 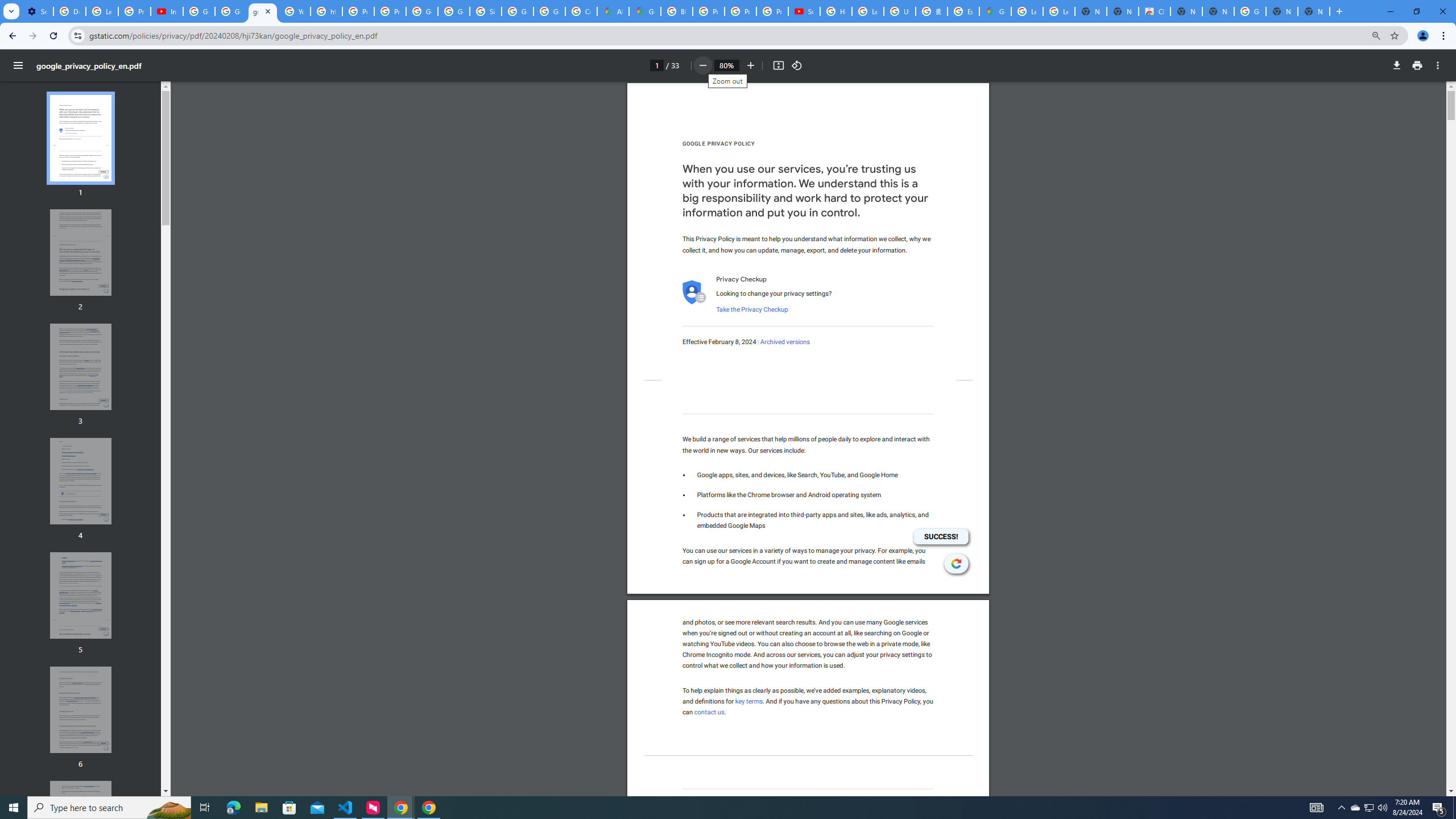 What do you see at coordinates (1155, 11) in the screenshot?
I see `'Chrome Web Store'` at bounding box center [1155, 11].